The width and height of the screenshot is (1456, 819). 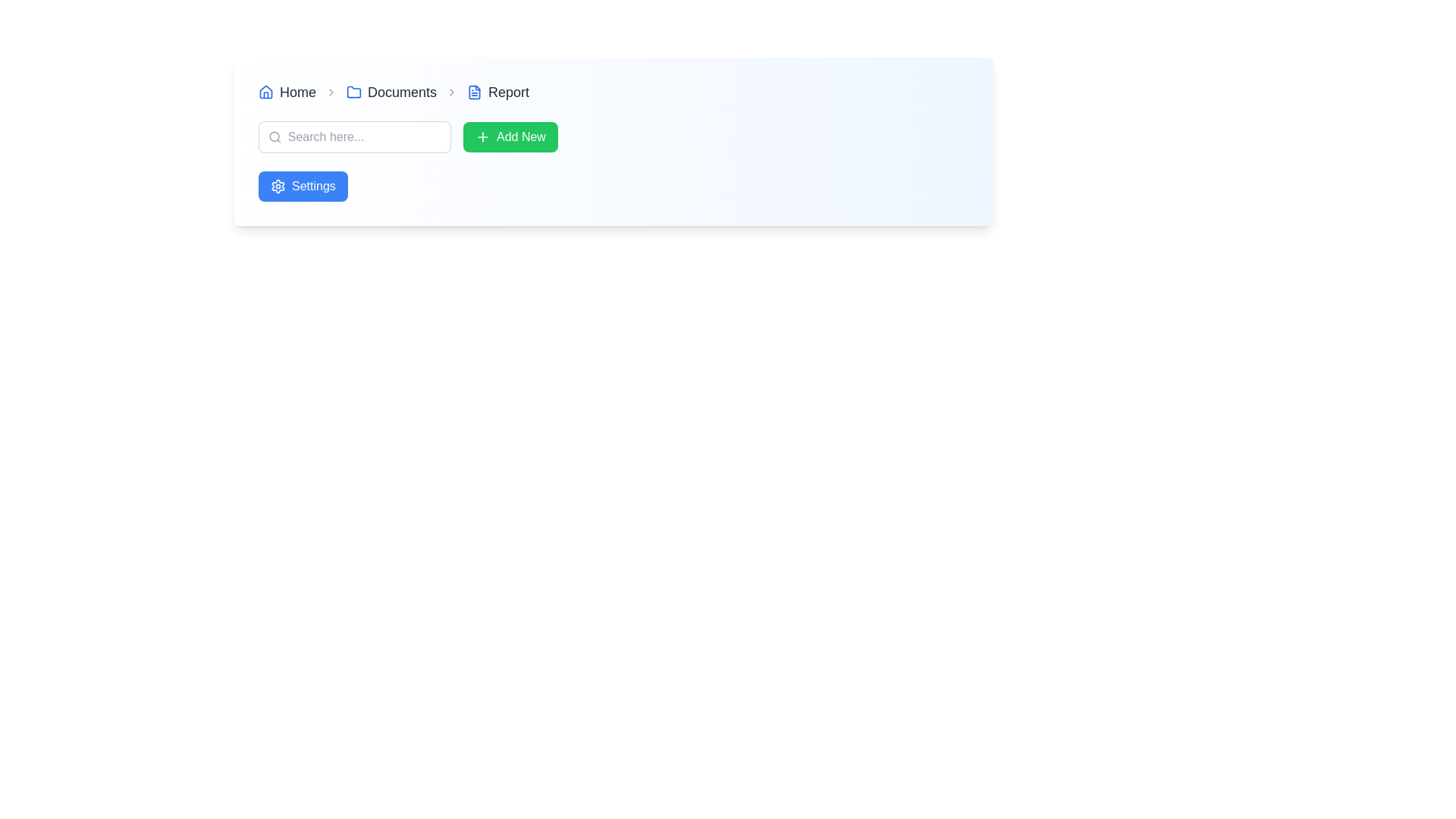 I want to click on the Text label located in the navigation bar at the top-left, which indicates the current page or links to the home section, situated between a house icon and a folder icon labeled 'Documents', so click(x=298, y=93).